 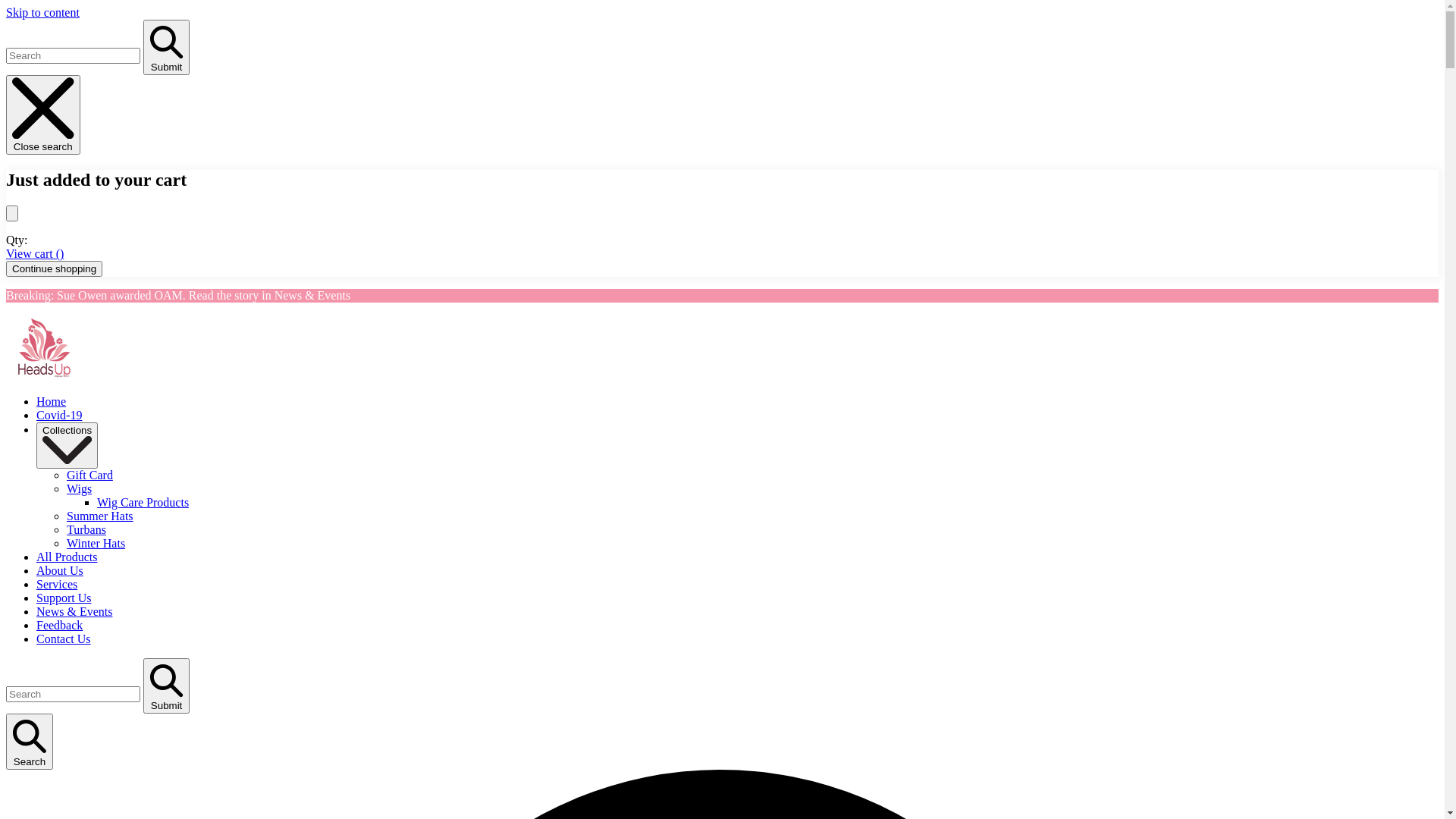 I want to click on 'Submit', so click(x=166, y=46).